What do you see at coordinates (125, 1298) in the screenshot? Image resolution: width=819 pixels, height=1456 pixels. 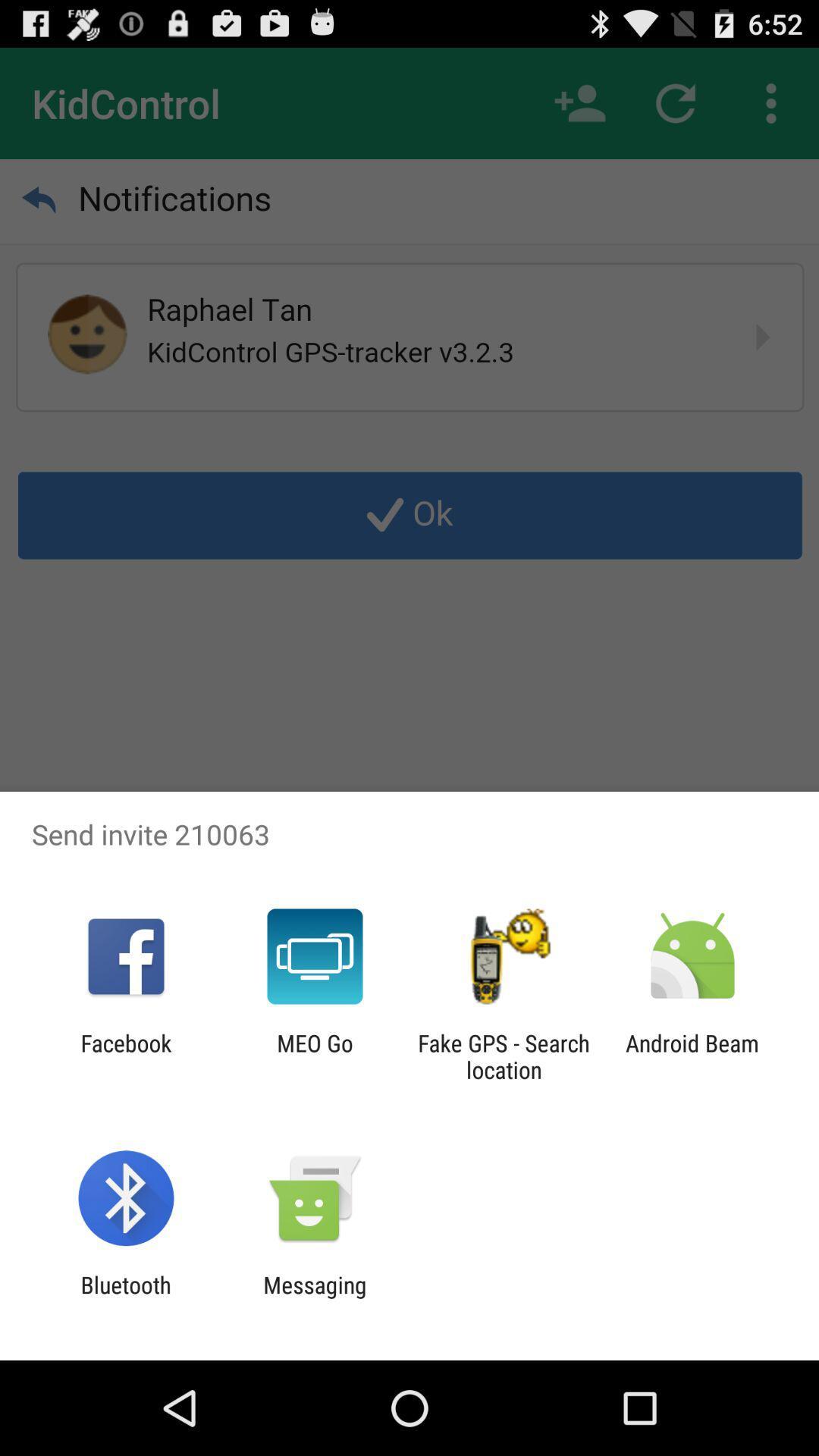 I see `icon next to the messaging app` at bounding box center [125, 1298].